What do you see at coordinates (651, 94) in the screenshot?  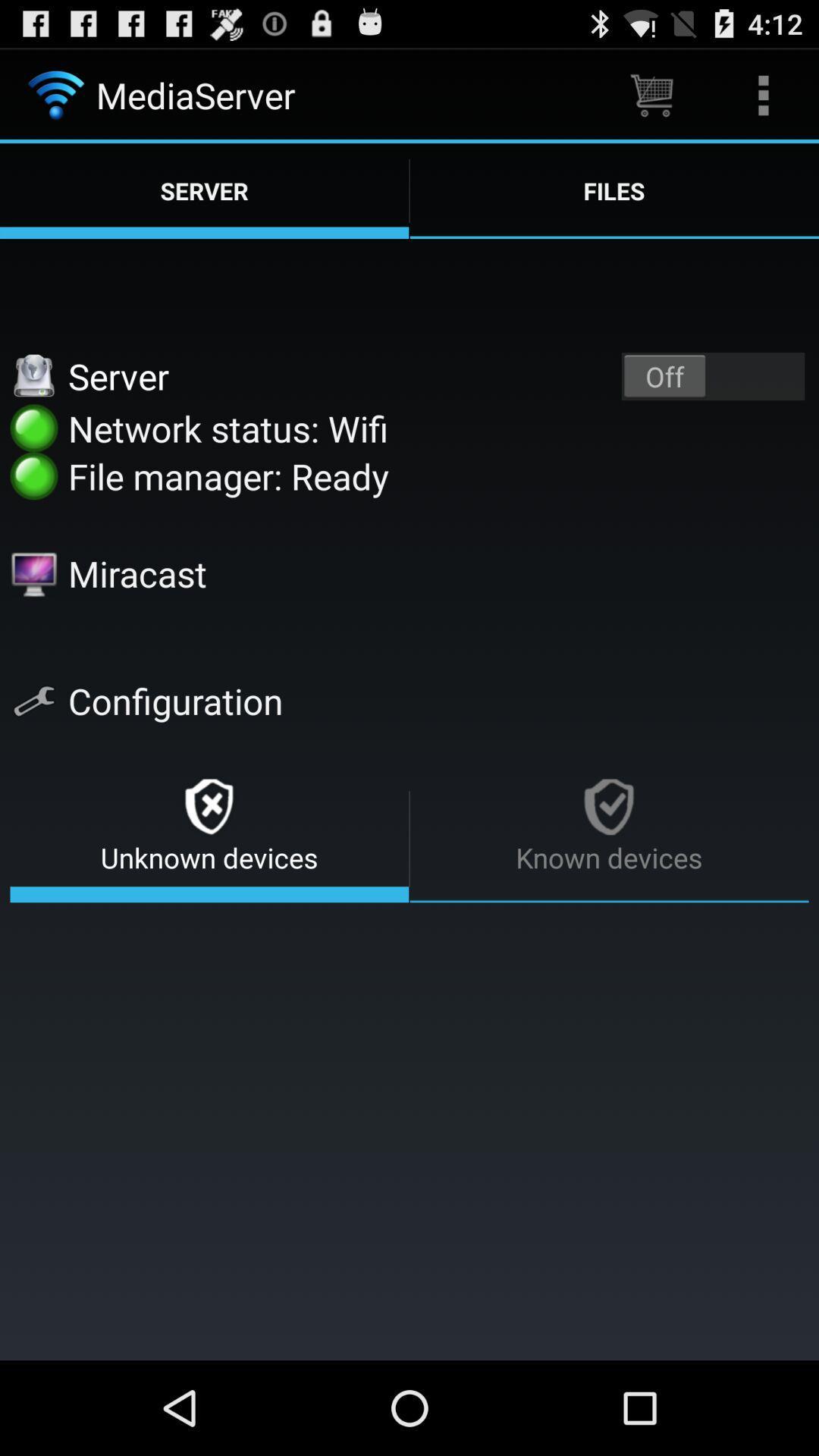 I see `the item next to mediaserver app` at bounding box center [651, 94].